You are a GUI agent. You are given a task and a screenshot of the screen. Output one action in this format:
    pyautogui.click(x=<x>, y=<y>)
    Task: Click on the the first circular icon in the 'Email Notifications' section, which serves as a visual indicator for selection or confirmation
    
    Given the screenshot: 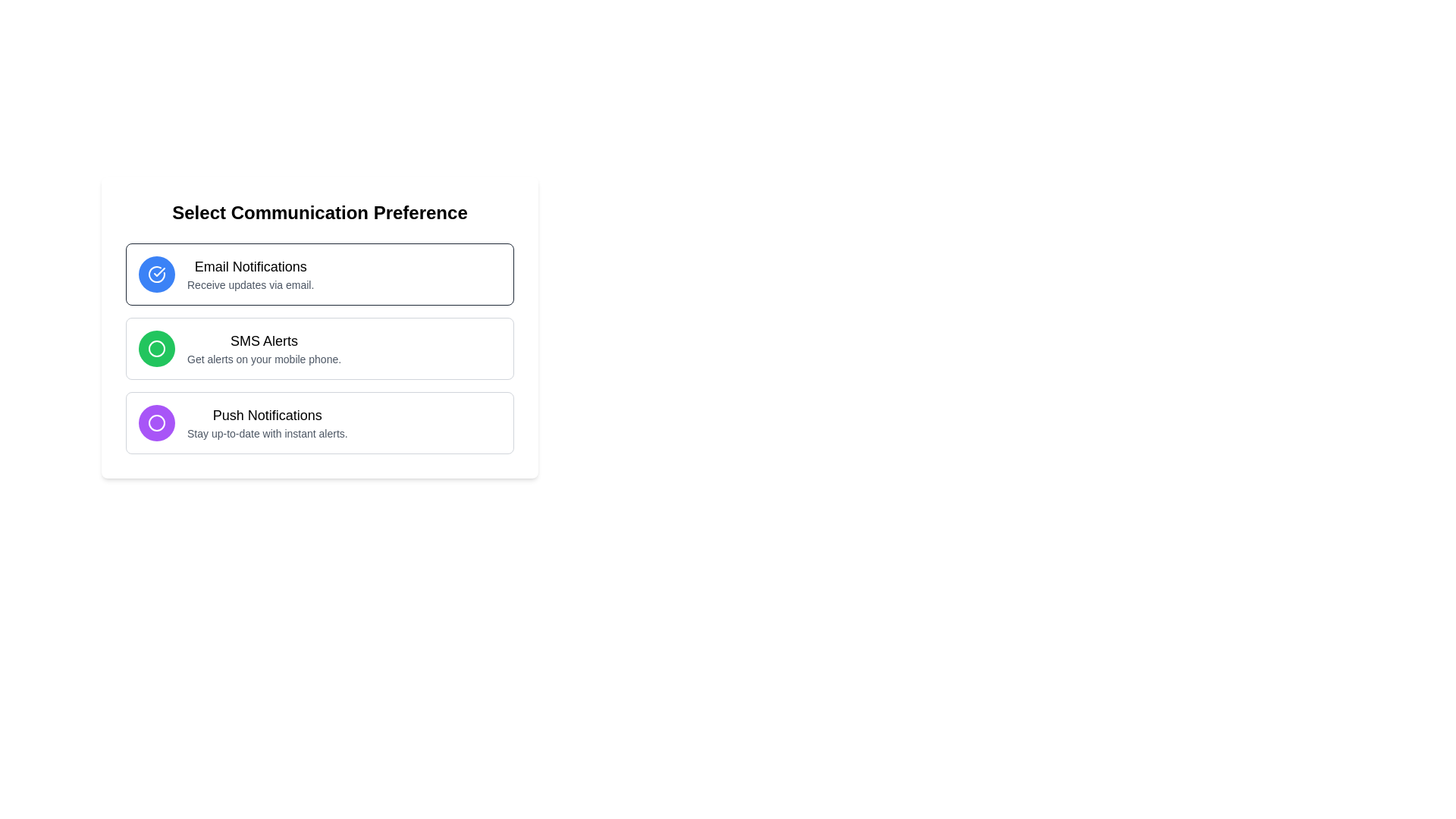 What is the action you would take?
    pyautogui.click(x=156, y=275)
    